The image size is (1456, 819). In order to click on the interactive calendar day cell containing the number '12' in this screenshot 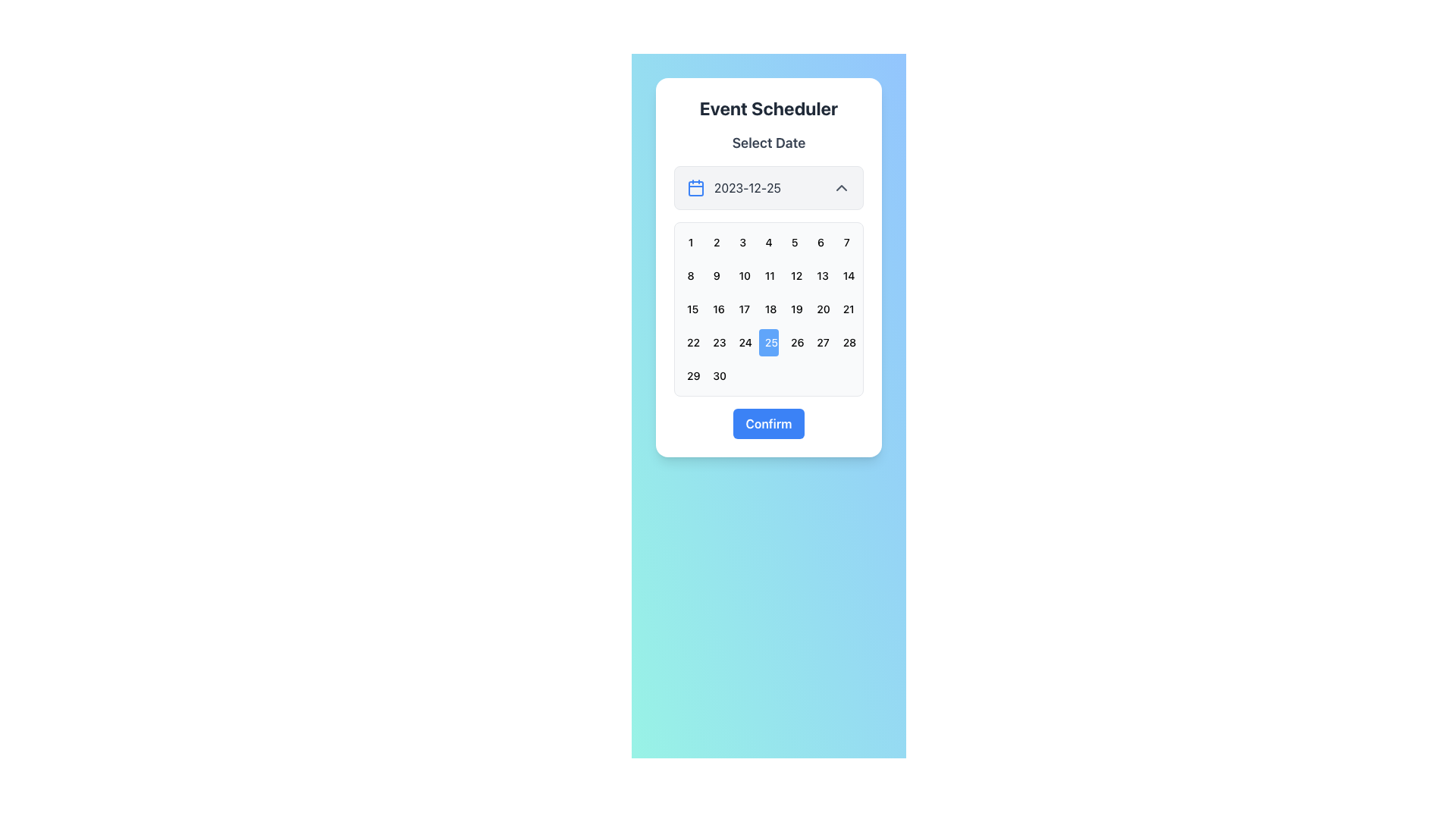, I will do `click(794, 275)`.